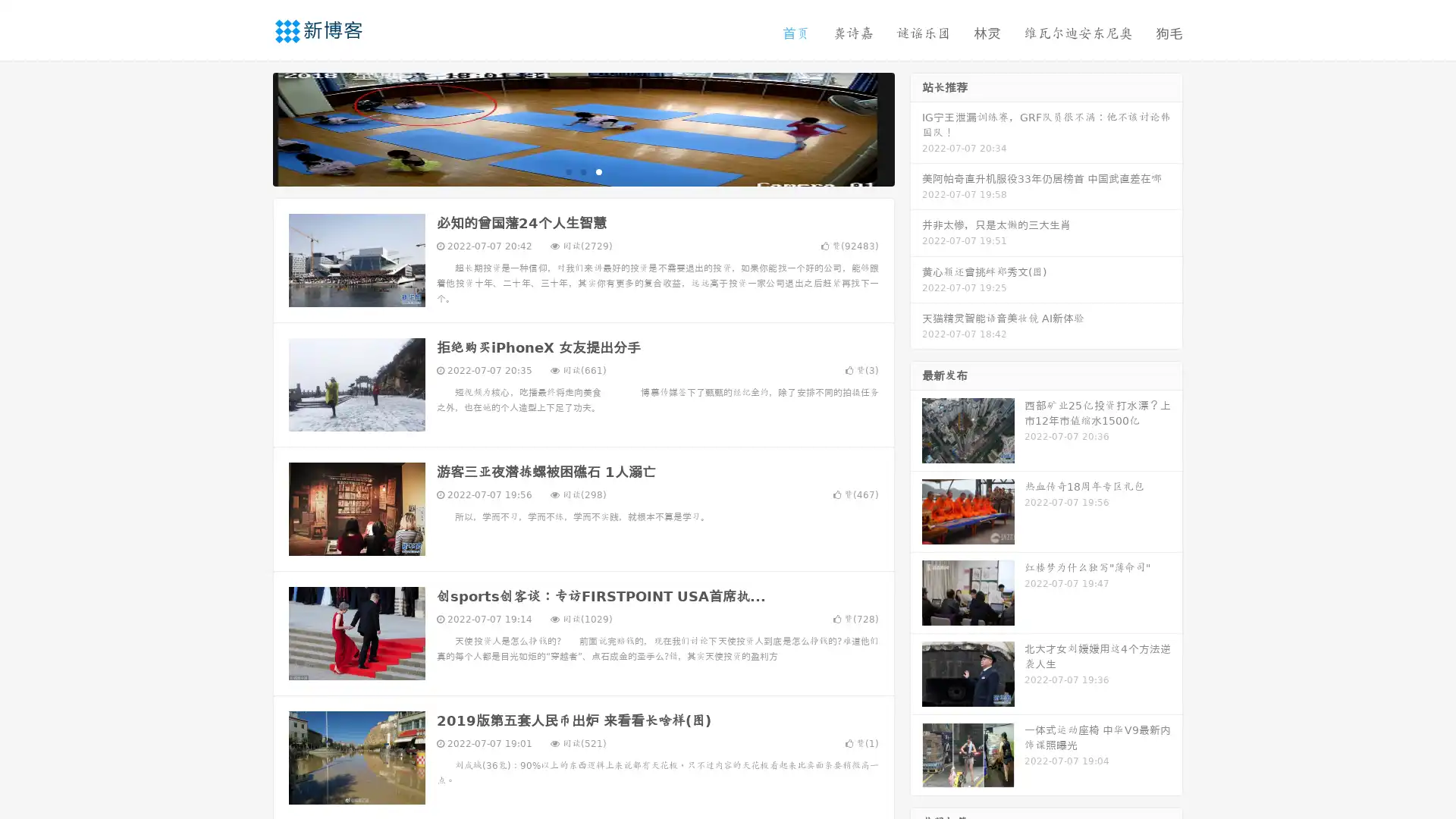 The width and height of the screenshot is (1456, 819). Describe the element at coordinates (567, 171) in the screenshot. I see `Go to slide 1` at that location.